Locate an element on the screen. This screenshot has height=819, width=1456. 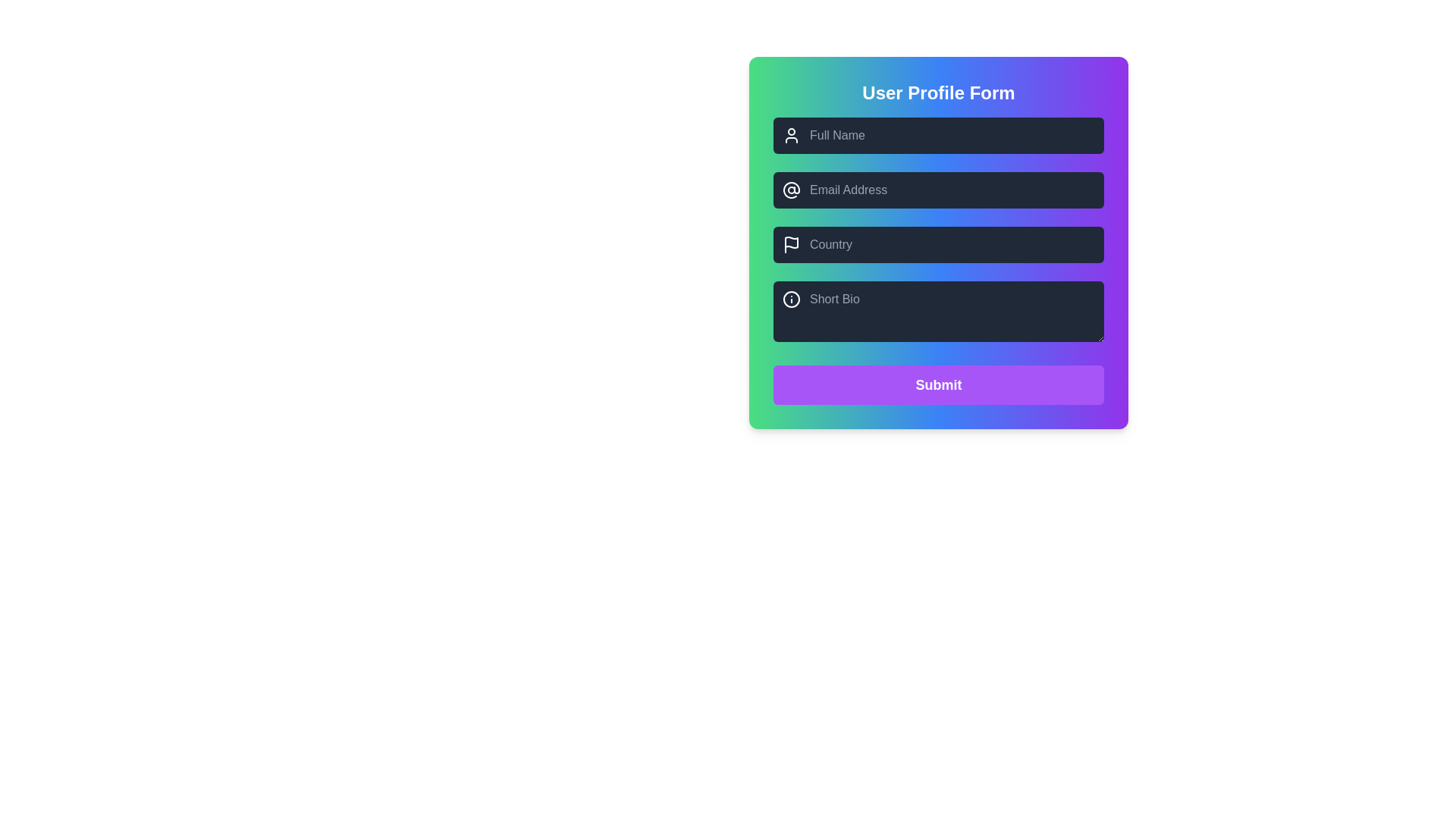
the second input field for email address located below 'Full Name' and above 'Country' for visual feedback is located at coordinates (938, 189).